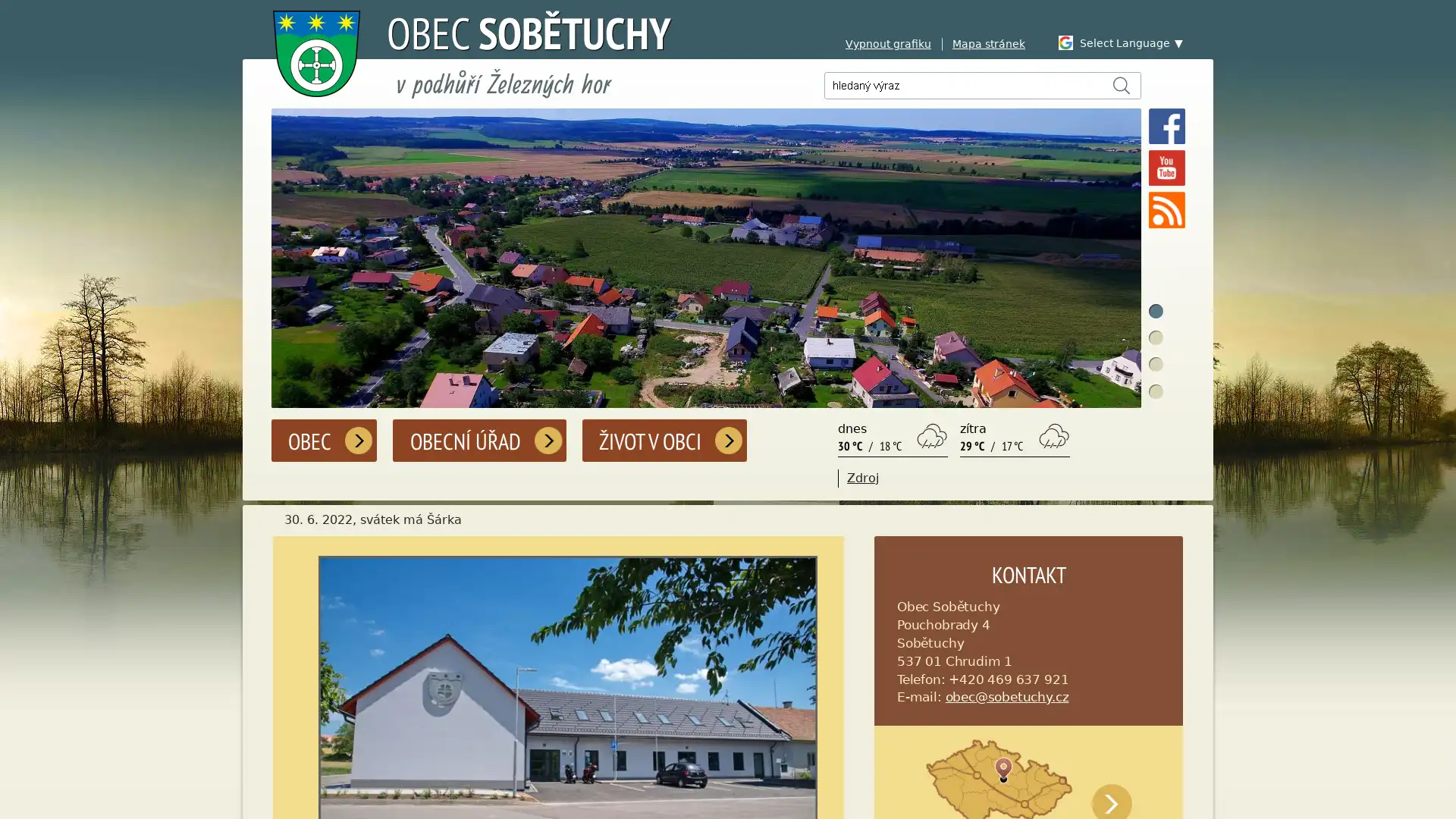 The image size is (1456, 819). I want to click on Hledat, so click(1121, 84).